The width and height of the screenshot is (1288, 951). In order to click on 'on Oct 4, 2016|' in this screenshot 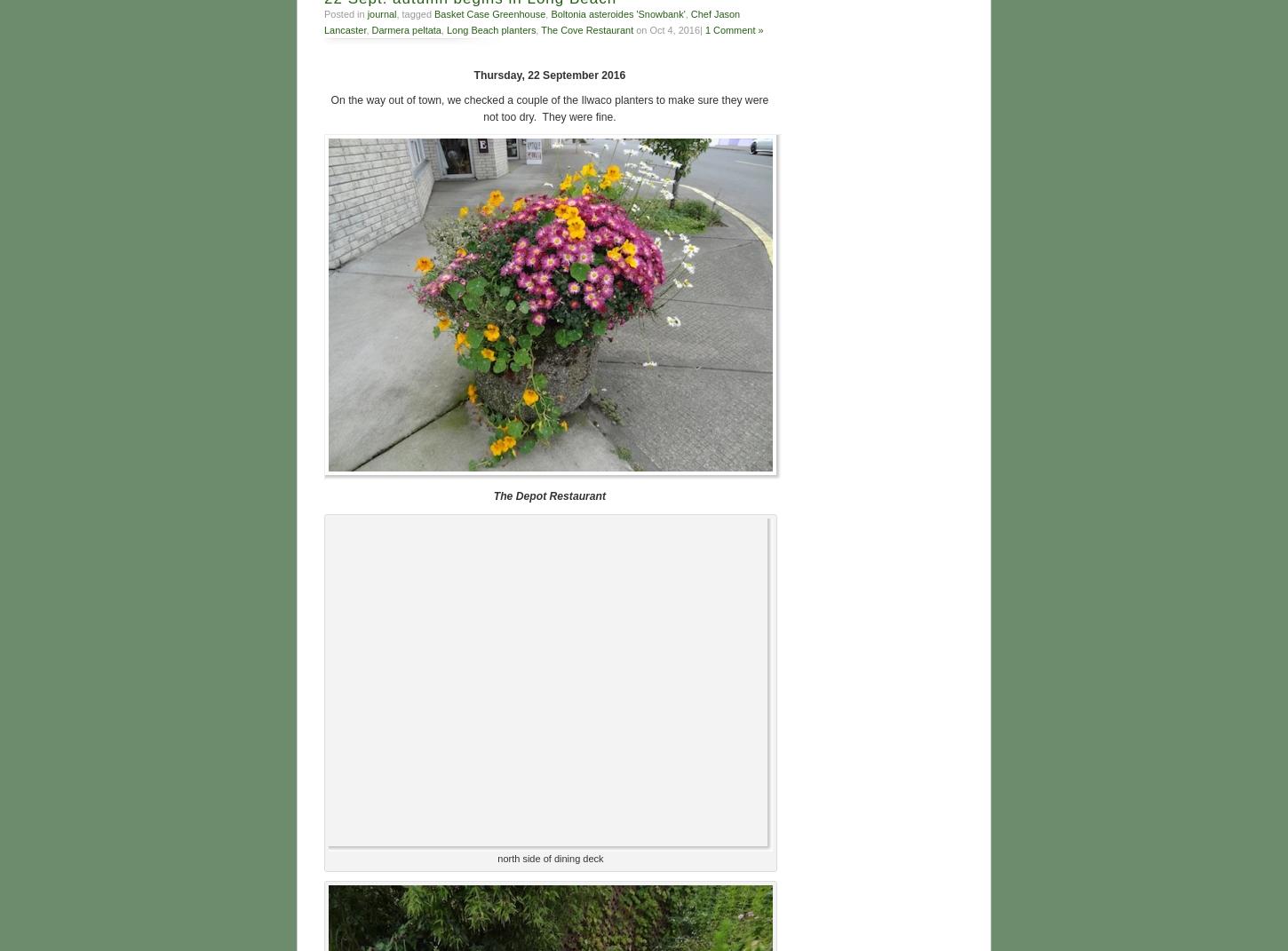, I will do `click(668, 28)`.